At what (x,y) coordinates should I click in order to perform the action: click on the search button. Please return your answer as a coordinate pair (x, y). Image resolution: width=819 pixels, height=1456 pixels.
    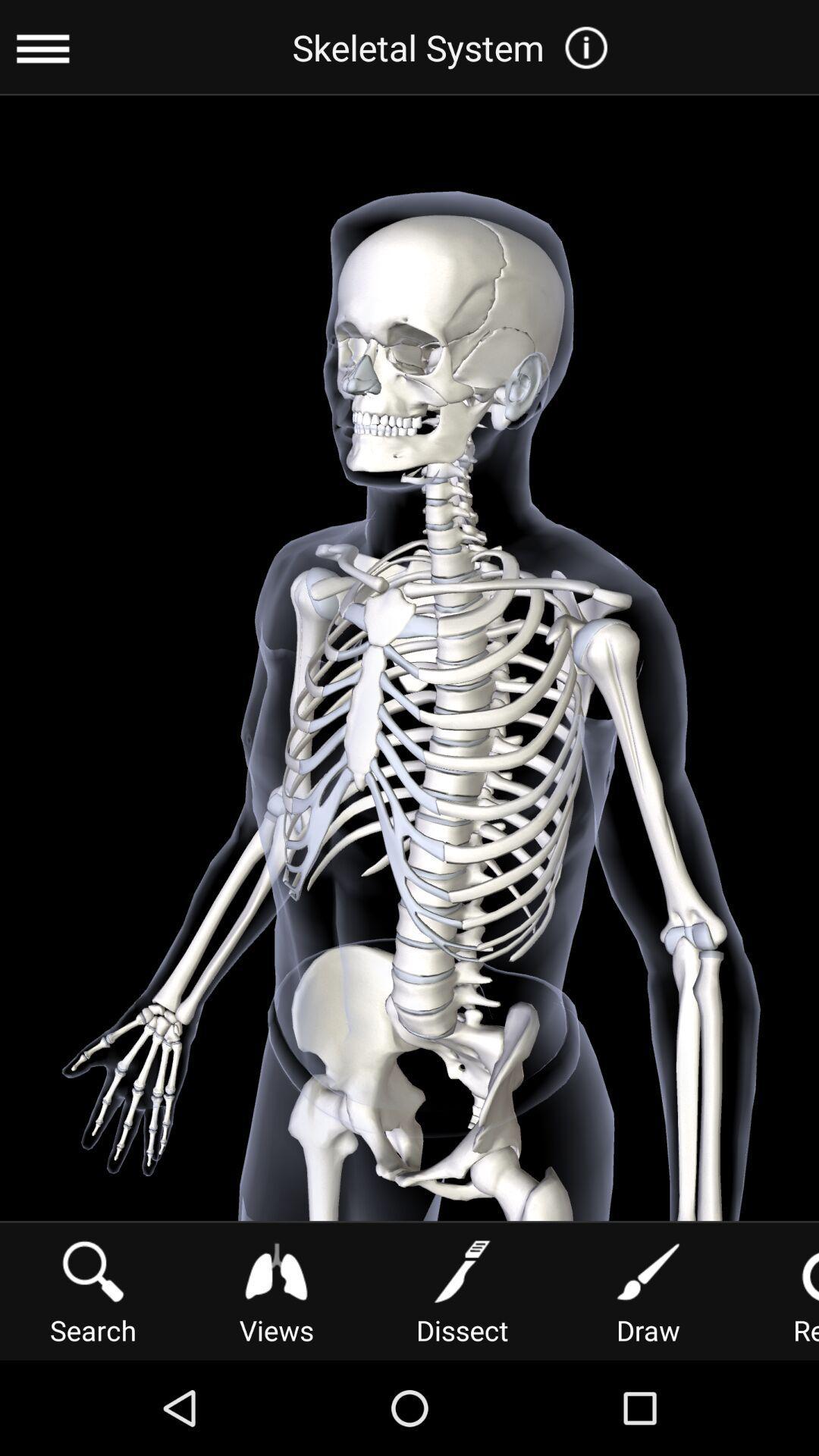
    Looking at the image, I should click on (93, 1289).